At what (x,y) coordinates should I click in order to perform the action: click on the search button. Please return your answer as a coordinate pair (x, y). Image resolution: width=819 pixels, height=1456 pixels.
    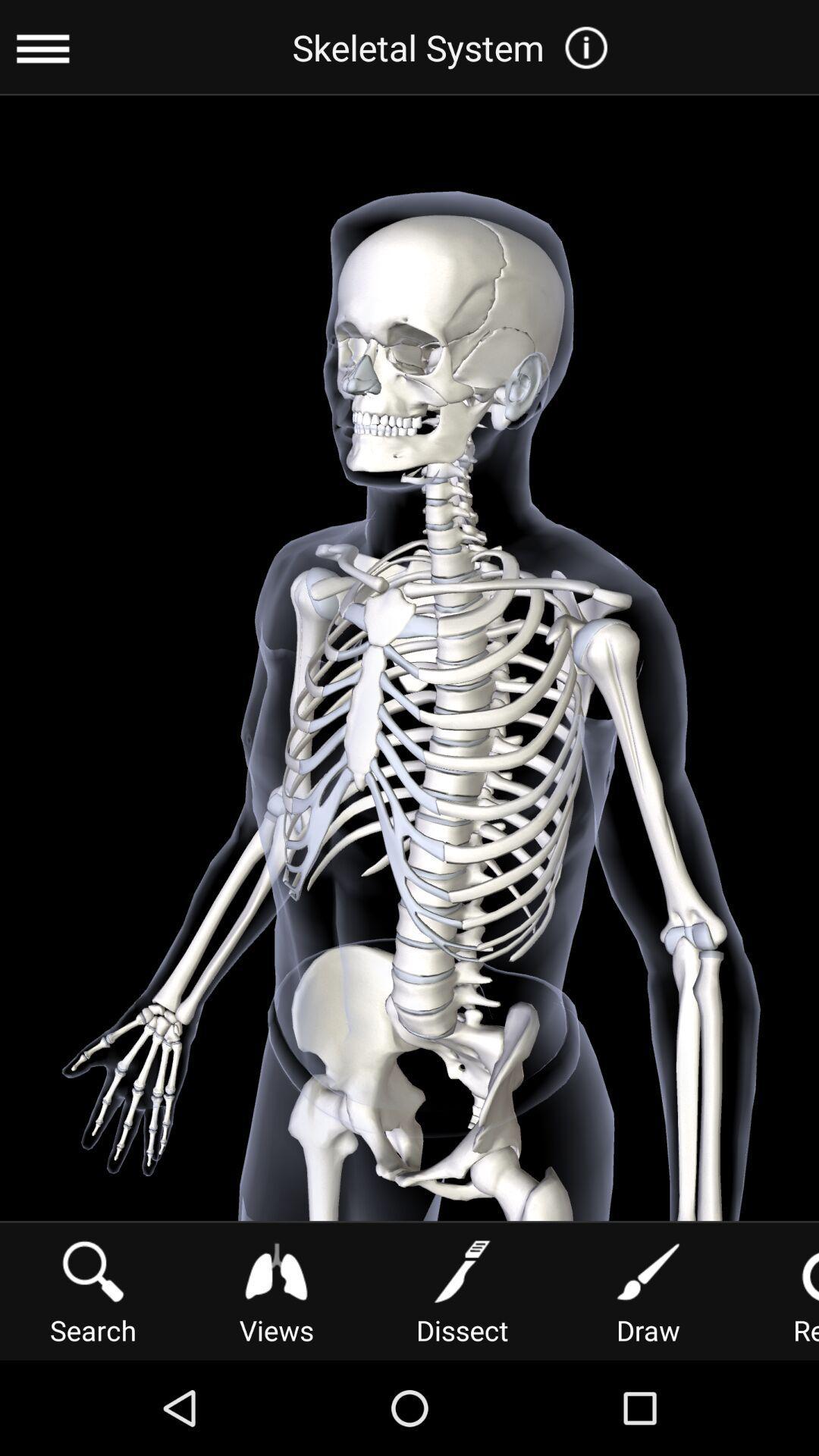
    Looking at the image, I should click on (93, 1289).